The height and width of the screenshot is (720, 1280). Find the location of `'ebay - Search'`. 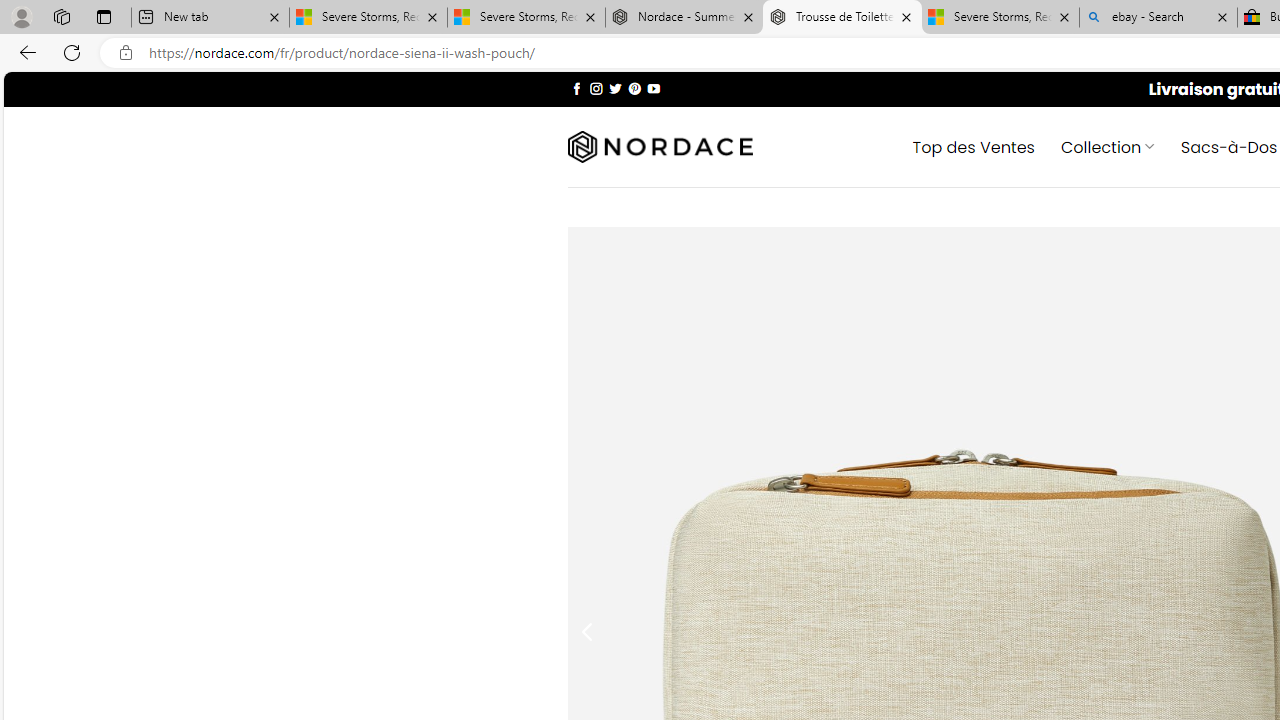

'ebay - Search' is located at coordinates (1158, 17).